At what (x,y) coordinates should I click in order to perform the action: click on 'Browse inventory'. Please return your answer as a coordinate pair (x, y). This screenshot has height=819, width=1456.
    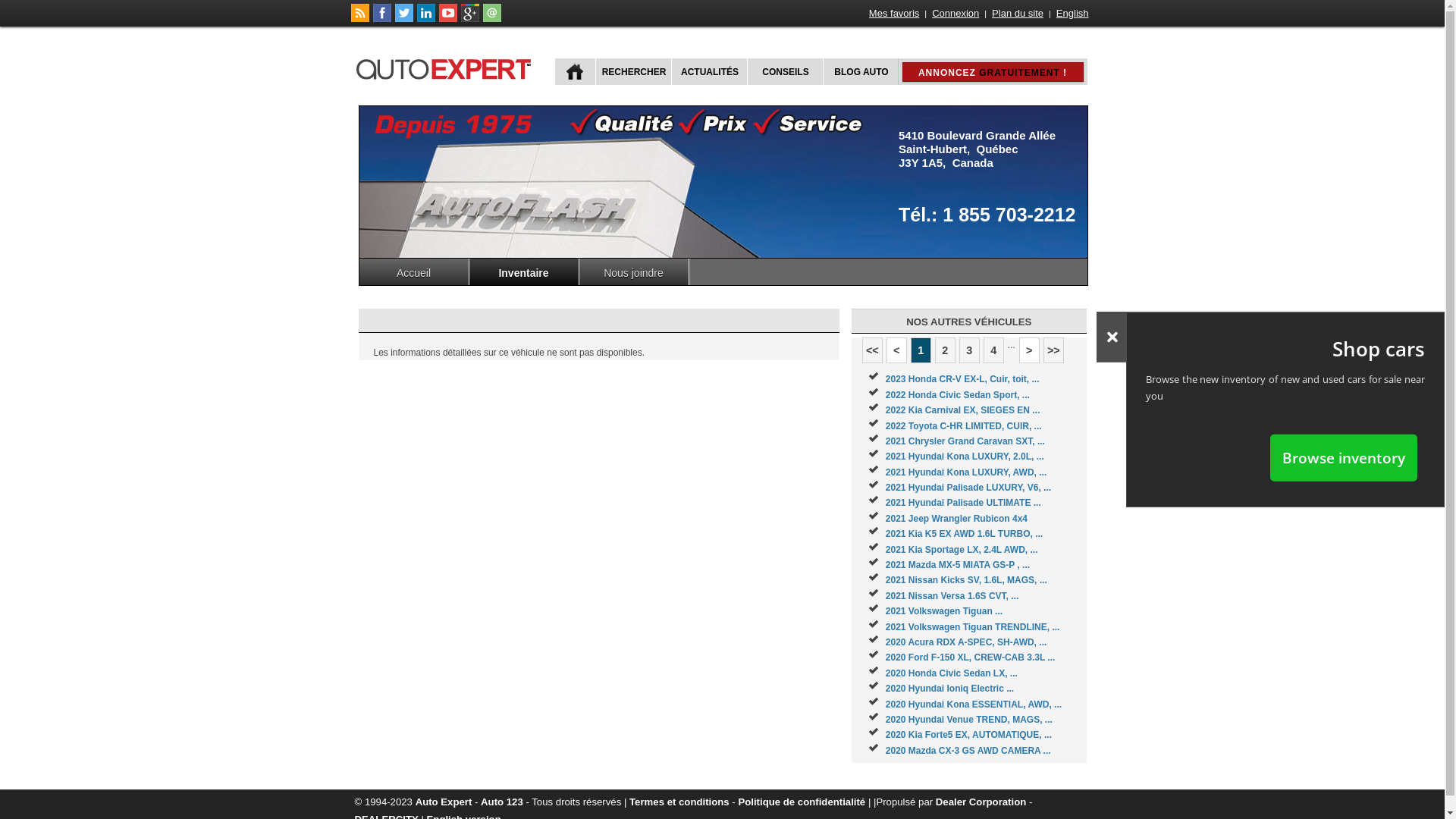
    Looking at the image, I should click on (1270, 457).